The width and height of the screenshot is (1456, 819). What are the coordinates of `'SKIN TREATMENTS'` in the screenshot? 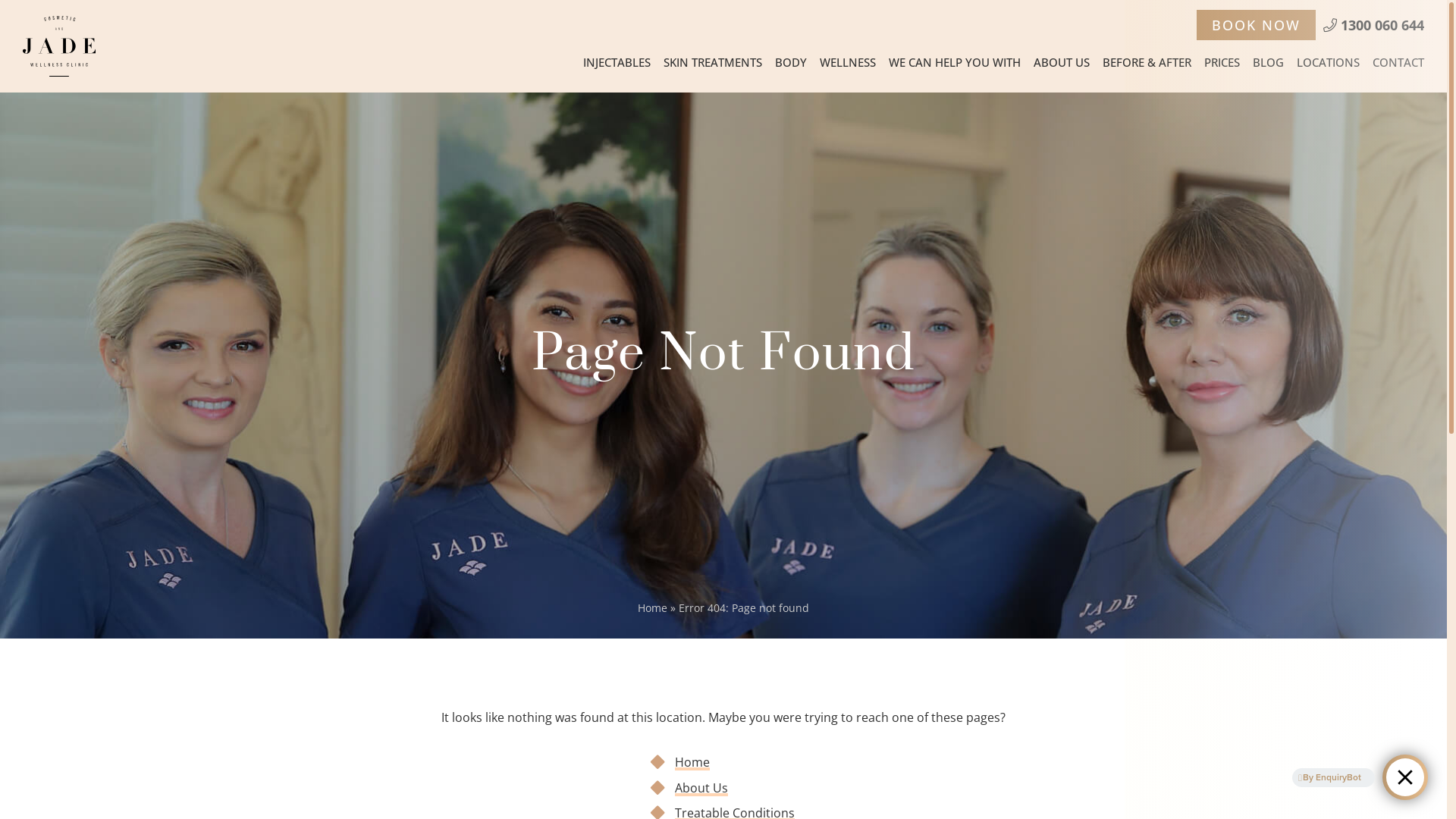 It's located at (712, 61).